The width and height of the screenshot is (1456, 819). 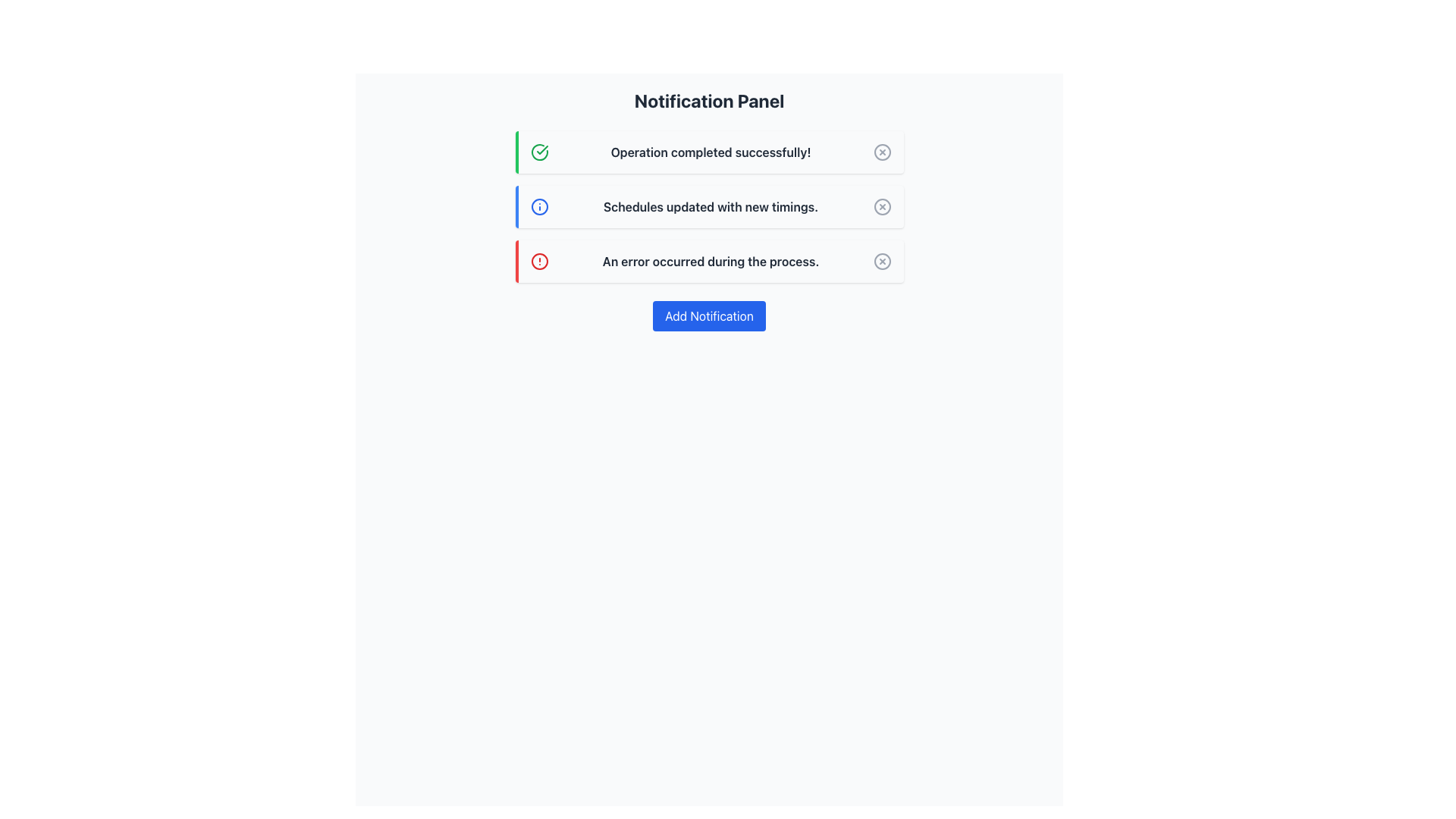 What do you see at coordinates (882, 260) in the screenshot?
I see `the circular graphical icon in the notification panel, positioned on the right side of the third notification row next to the text 'An error occurred during the process.'` at bounding box center [882, 260].